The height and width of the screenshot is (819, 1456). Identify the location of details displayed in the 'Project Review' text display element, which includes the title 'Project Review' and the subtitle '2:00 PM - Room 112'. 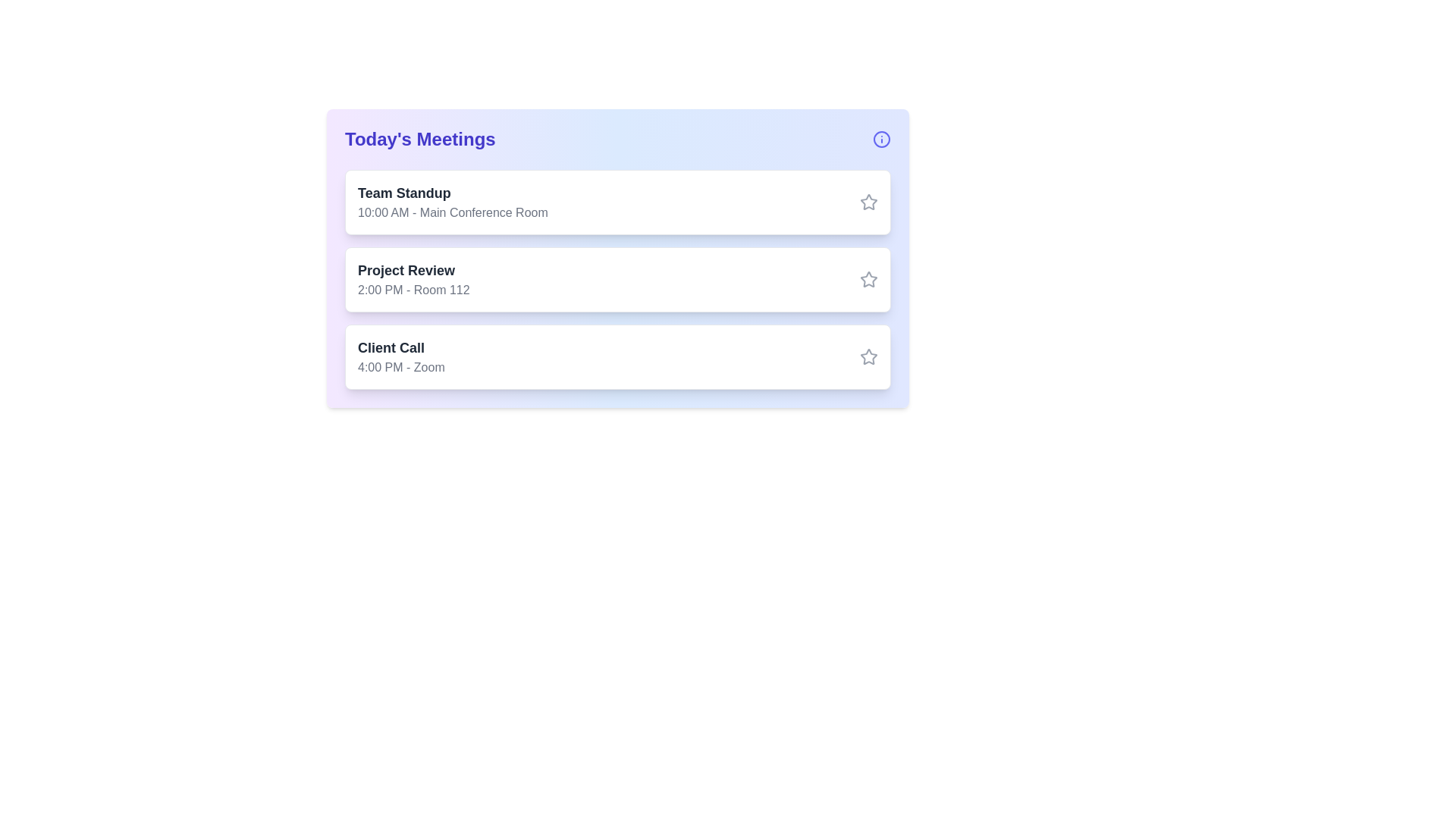
(413, 280).